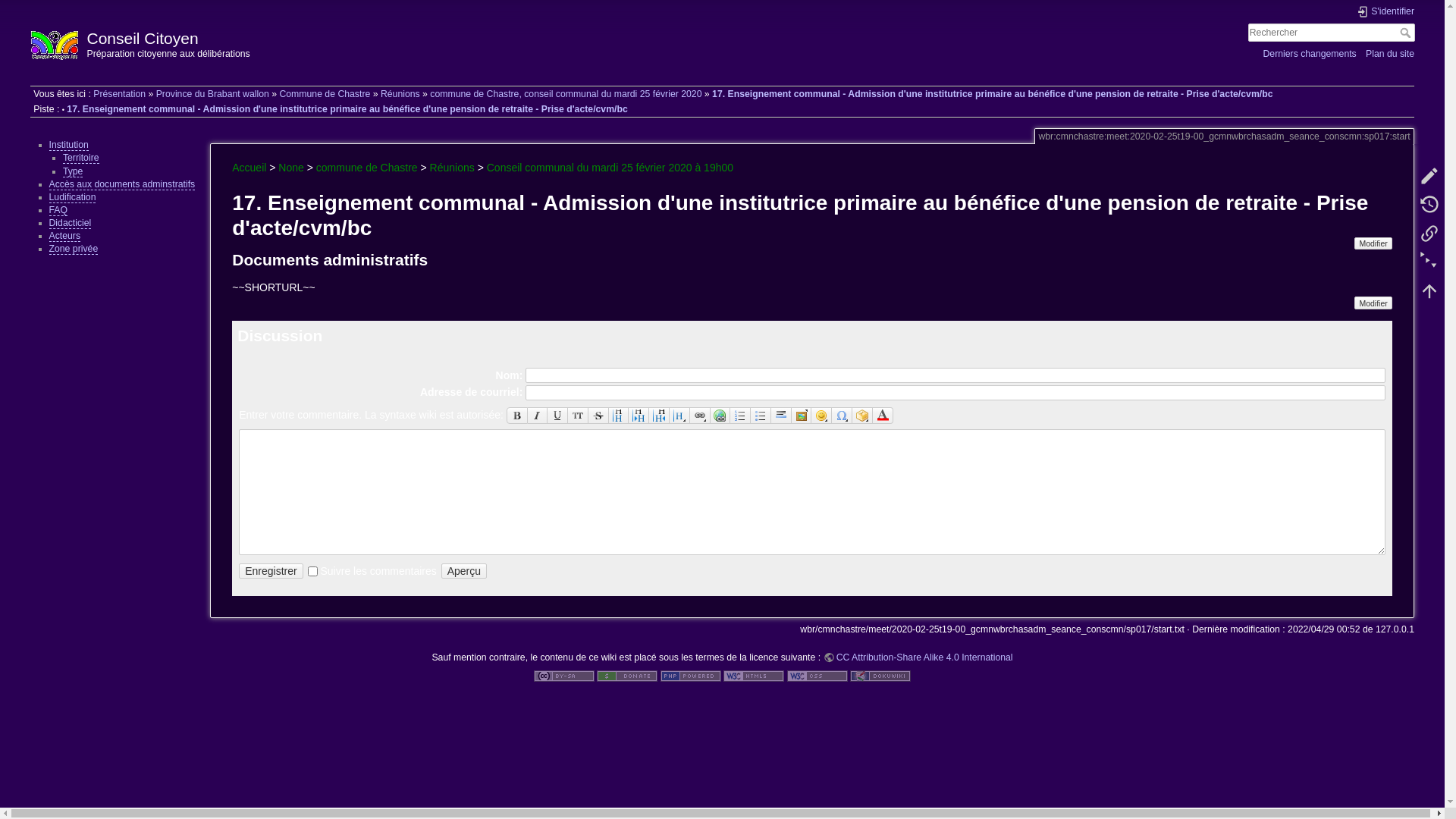 The height and width of the screenshot is (819, 1456). Describe the element at coordinates (58, 210) in the screenshot. I see `'FAQ'` at that location.